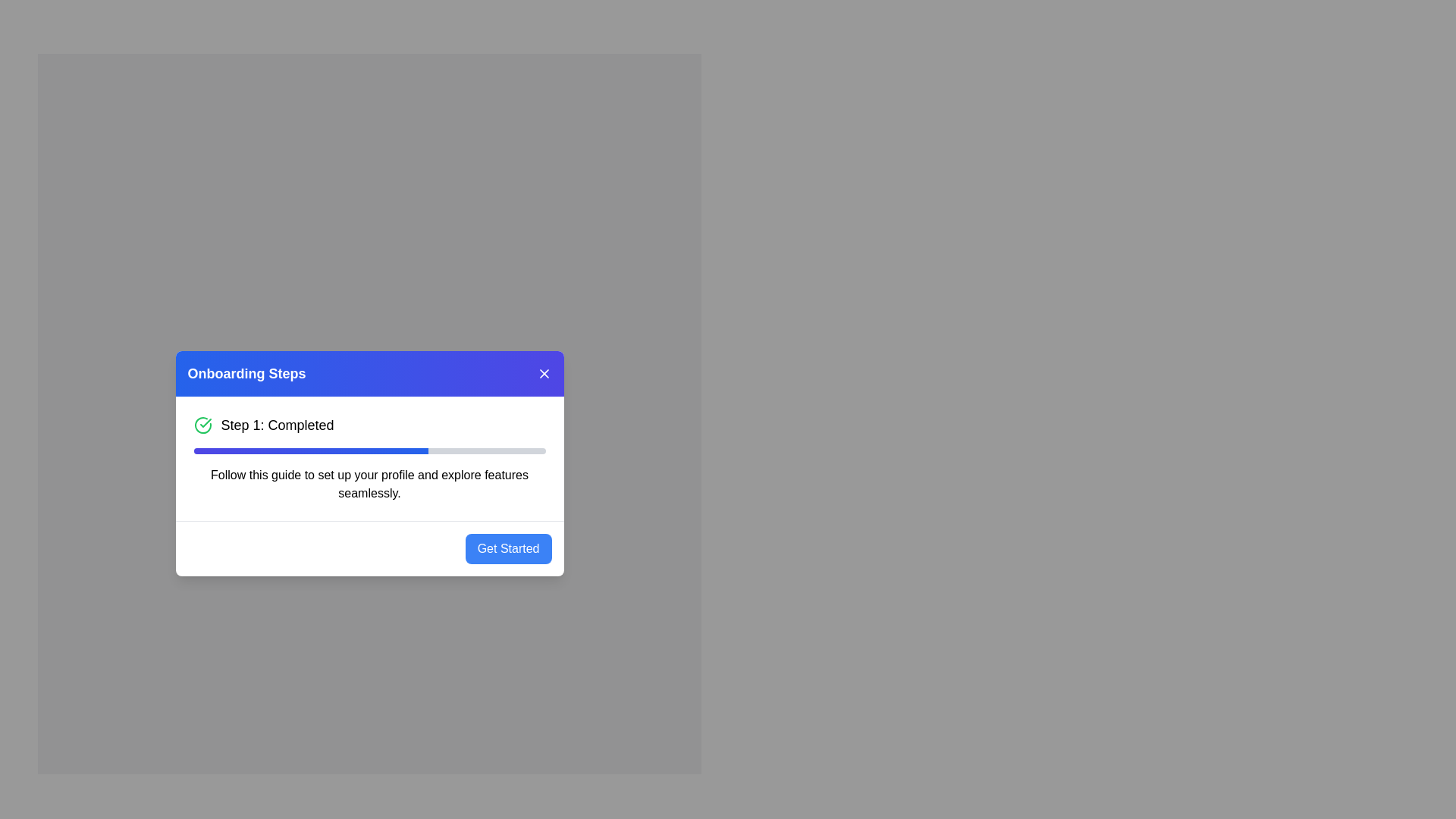 This screenshot has width=1456, height=819. I want to click on the button located at the bottom-right of the 'Onboarding Steps' modal dialog box to initiate the onboarding process, so click(508, 548).